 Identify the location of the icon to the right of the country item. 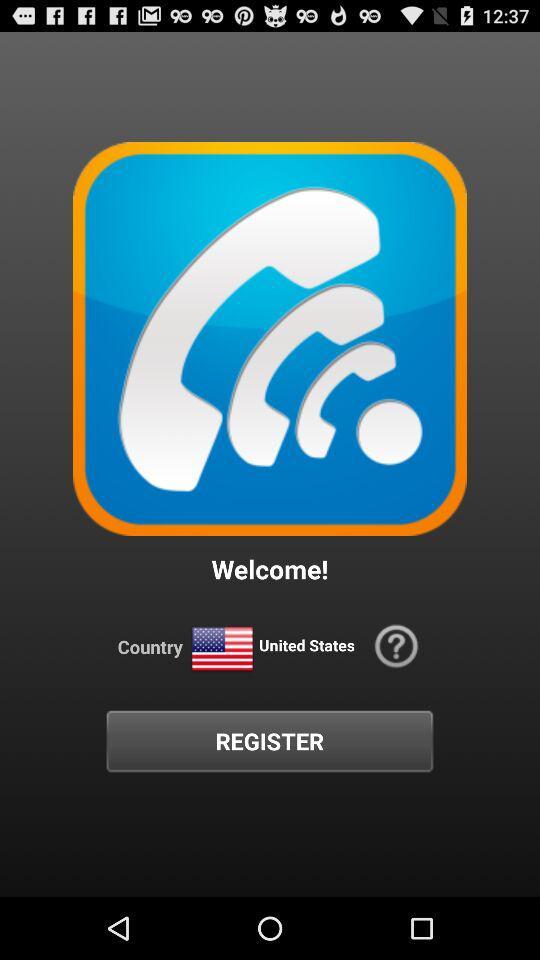
(221, 648).